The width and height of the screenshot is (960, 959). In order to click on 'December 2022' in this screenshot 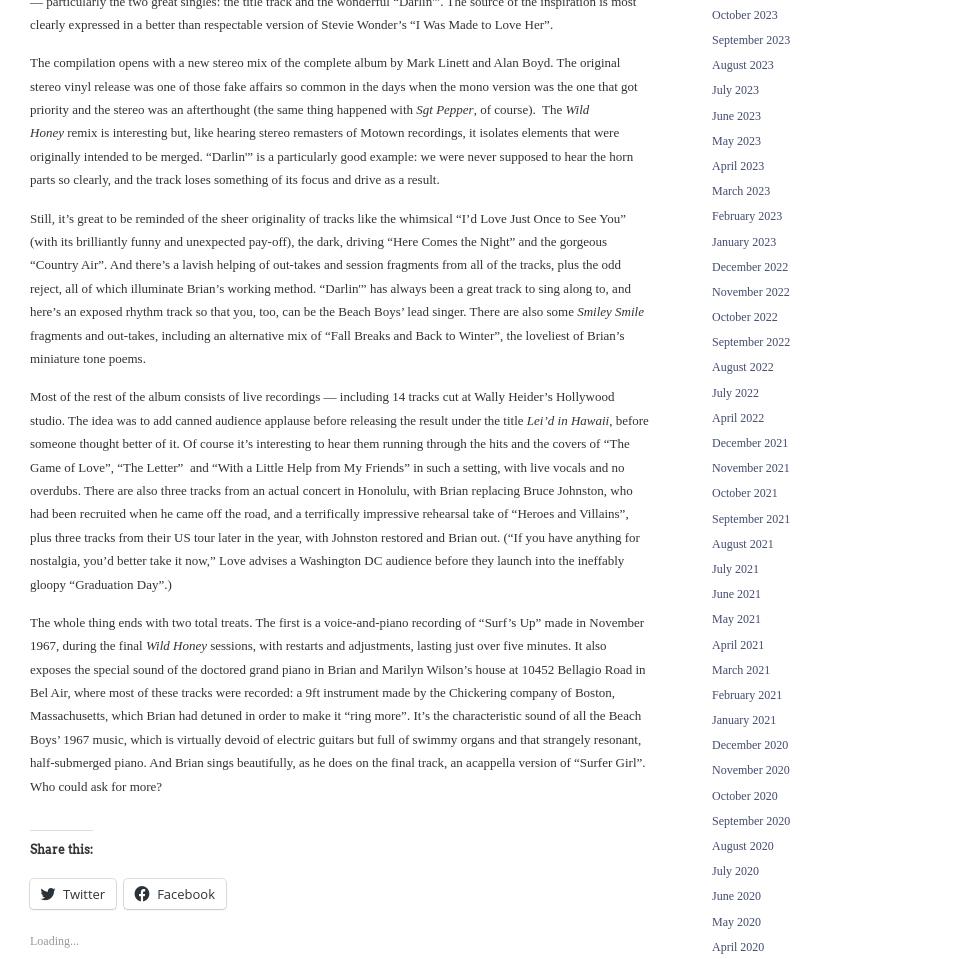, I will do `click(712, 266)`.